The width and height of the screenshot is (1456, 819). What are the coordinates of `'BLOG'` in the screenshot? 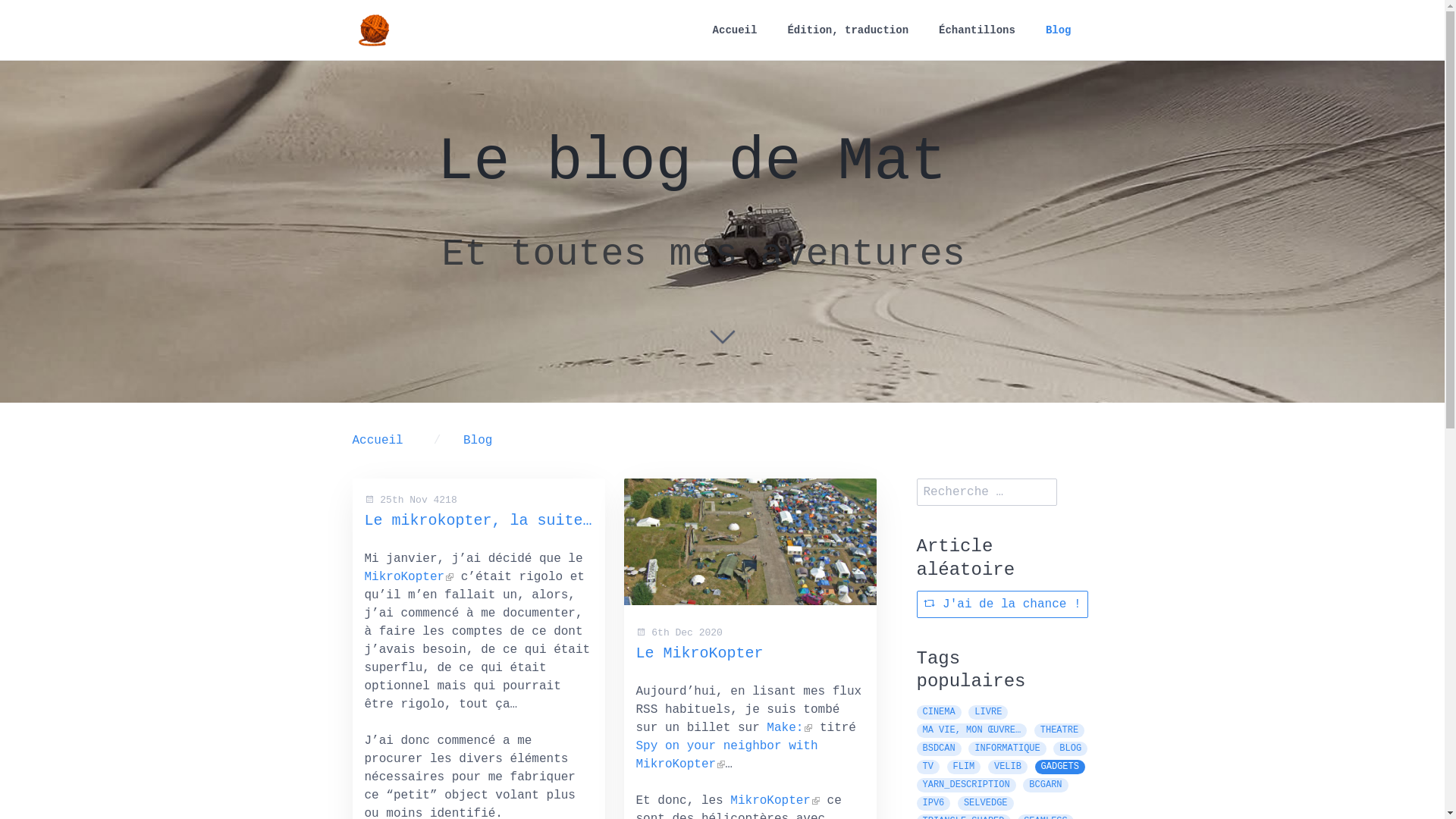 It's located at (1069, 748).